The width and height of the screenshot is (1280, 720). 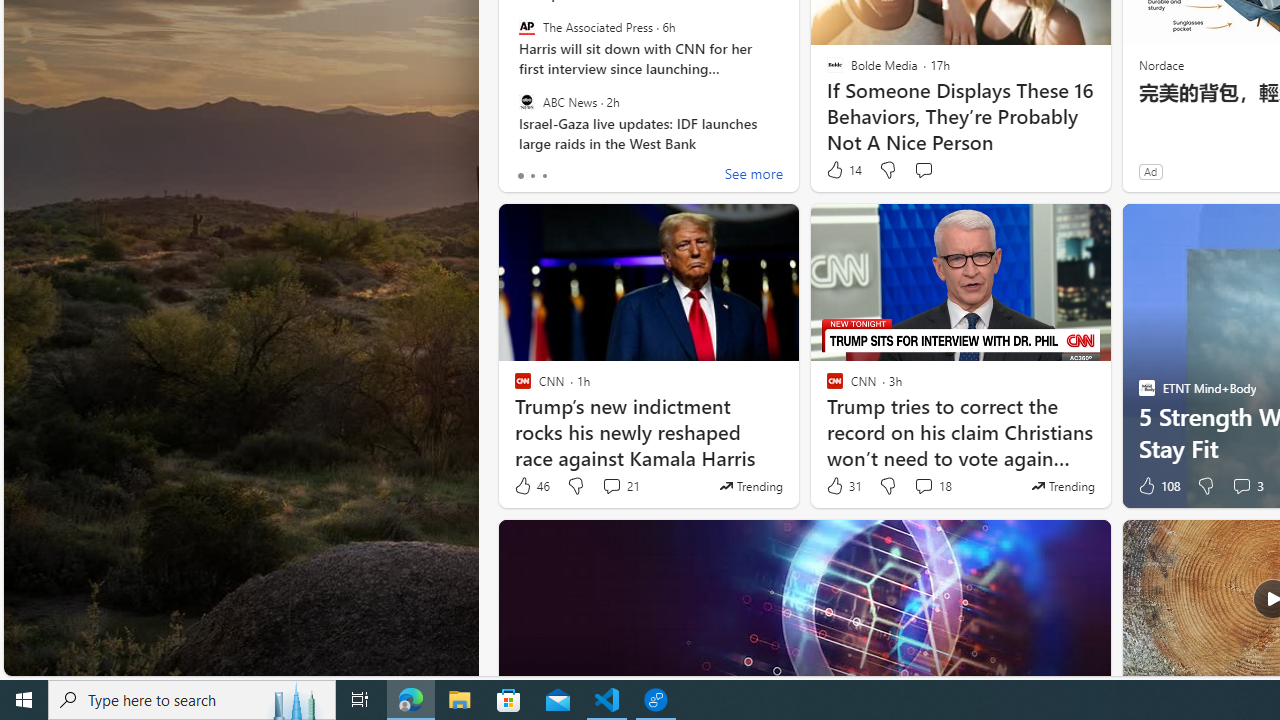 What do you see at coordinates (610, 486) in the screenshot?
I see `'View comments 21 Comment'` at bounding box center [610, 486].